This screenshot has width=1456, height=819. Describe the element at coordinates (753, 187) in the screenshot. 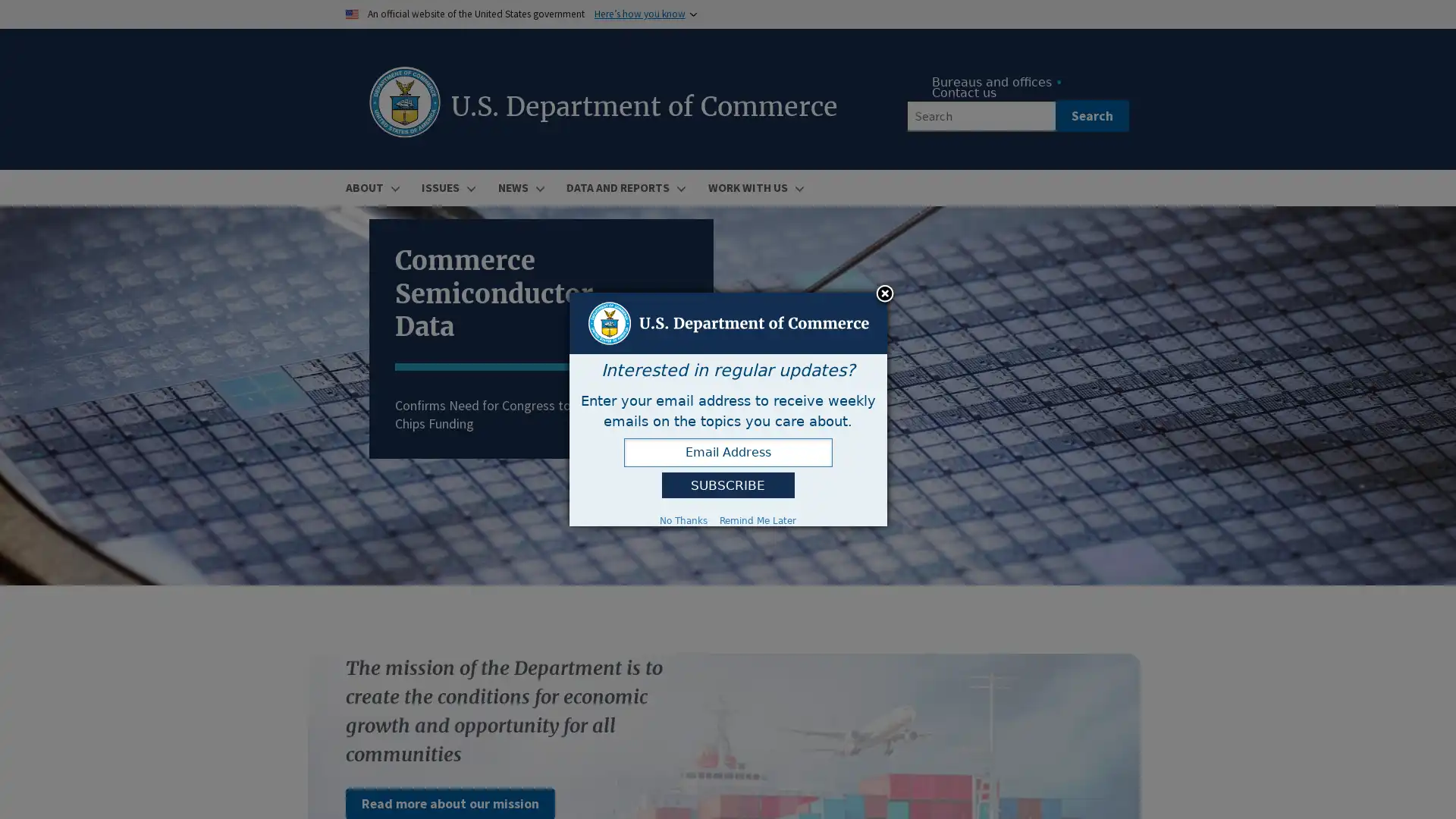

I see `WORK WITH US` at that location.